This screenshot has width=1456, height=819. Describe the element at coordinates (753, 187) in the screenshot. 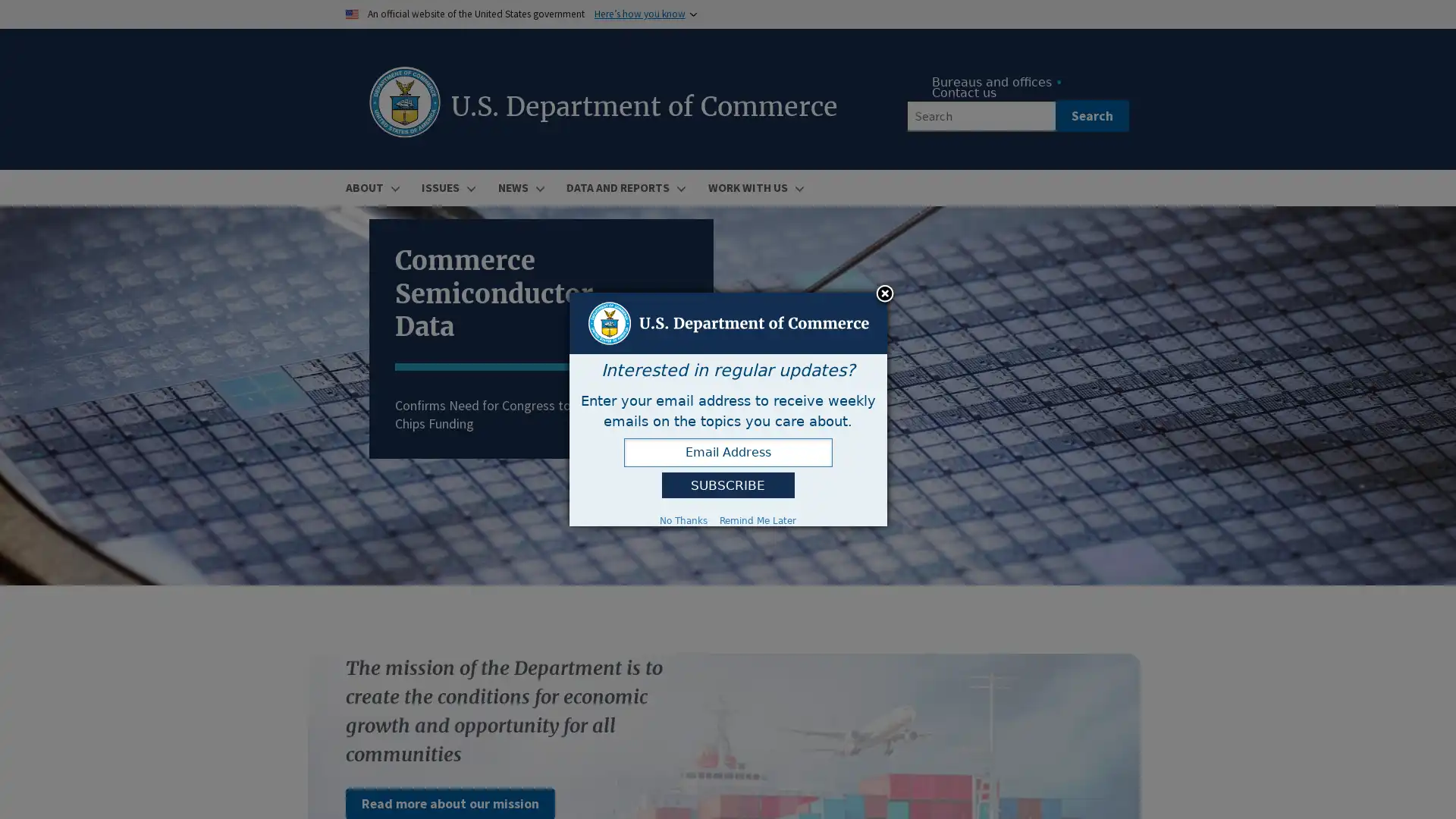

I see `WORK WITH US` at that location.